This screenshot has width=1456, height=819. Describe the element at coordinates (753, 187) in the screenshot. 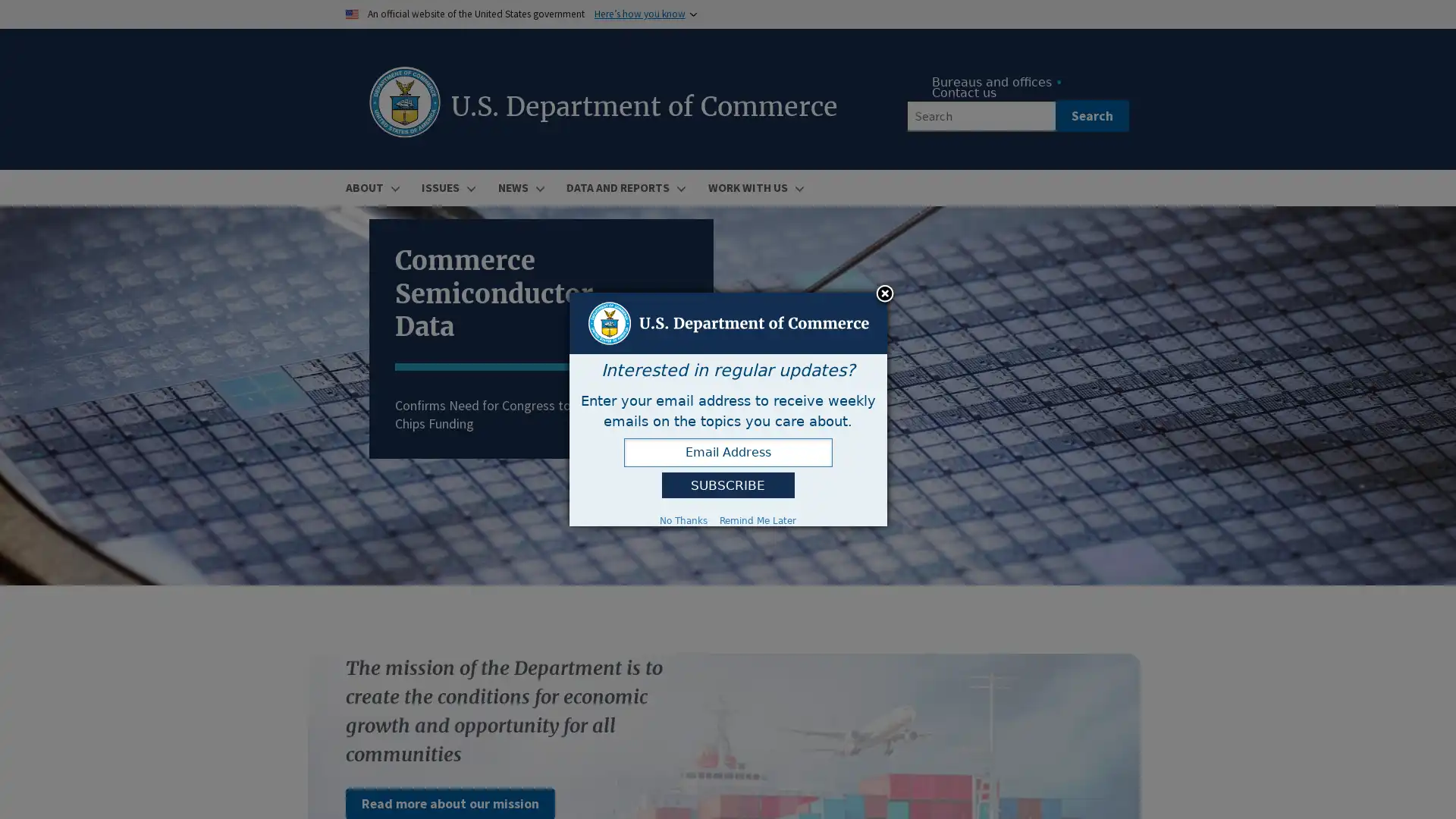

I see `WORK WITH US` at that location.